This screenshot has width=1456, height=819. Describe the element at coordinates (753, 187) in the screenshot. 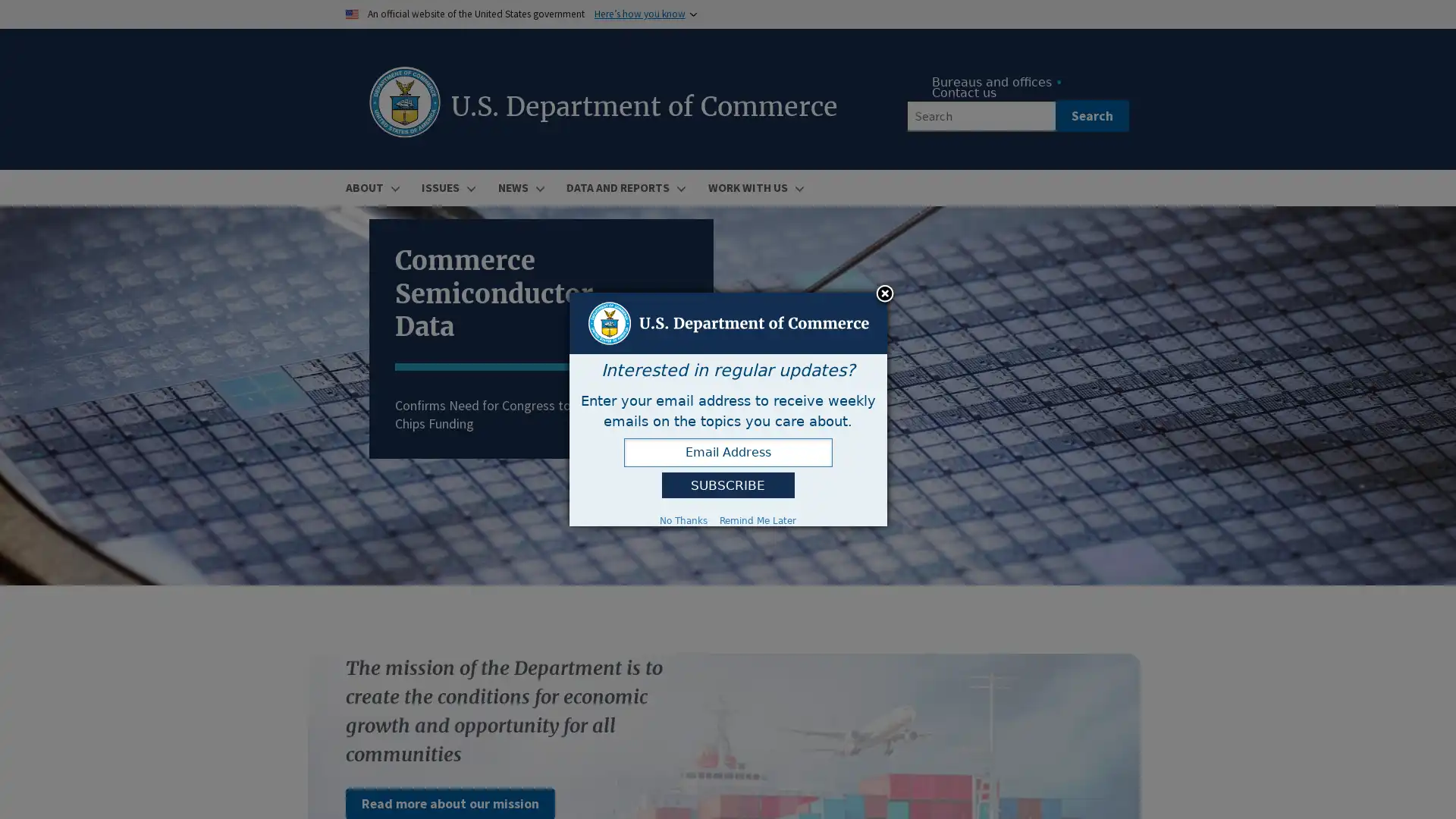

I see `WORK WITH US` at that location.